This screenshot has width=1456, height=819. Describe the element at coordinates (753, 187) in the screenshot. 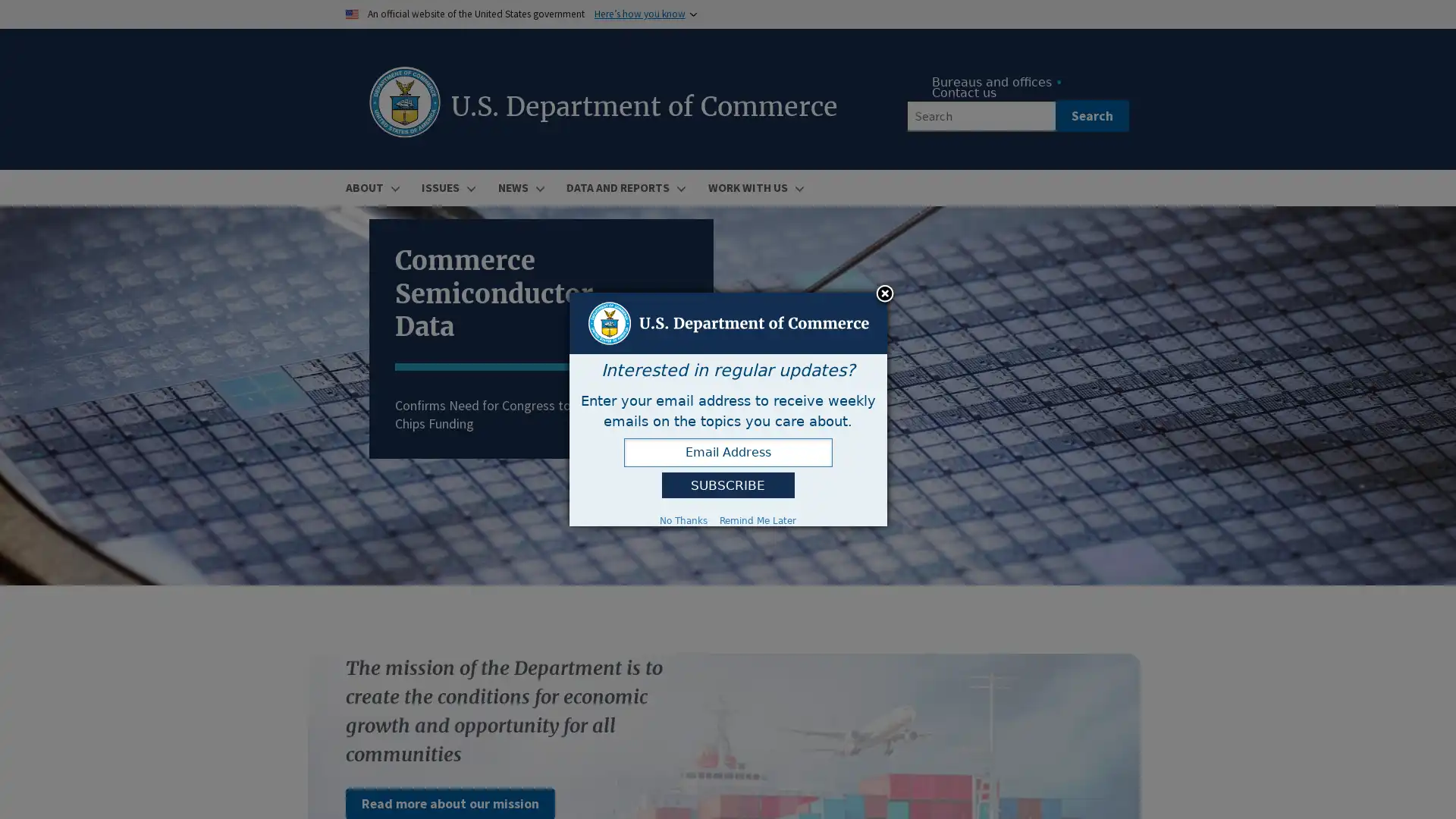

I see `WORK WITH US` at that location.